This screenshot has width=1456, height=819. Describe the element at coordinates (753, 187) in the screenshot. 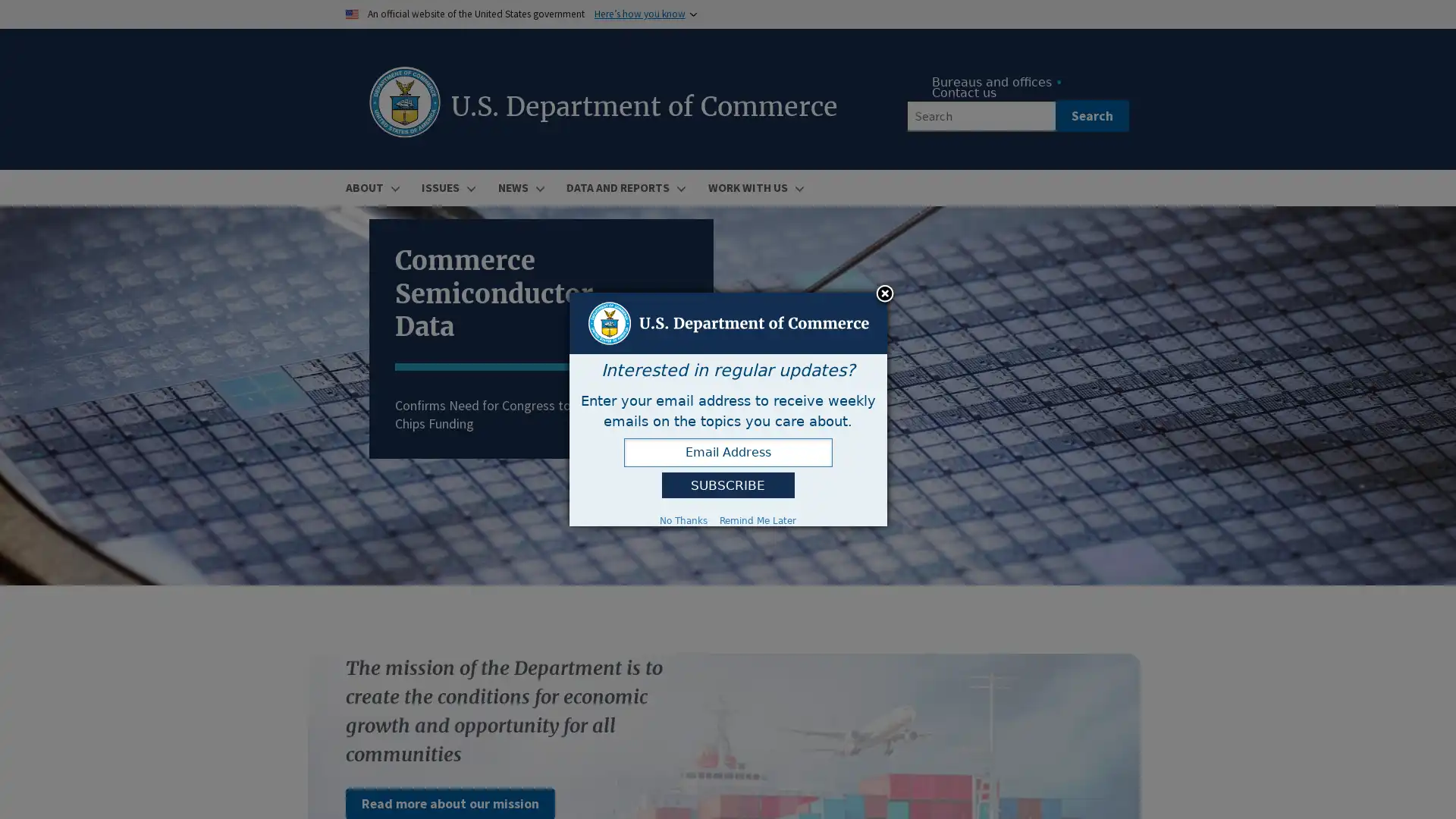

I see `WORK WITH US` at that location.